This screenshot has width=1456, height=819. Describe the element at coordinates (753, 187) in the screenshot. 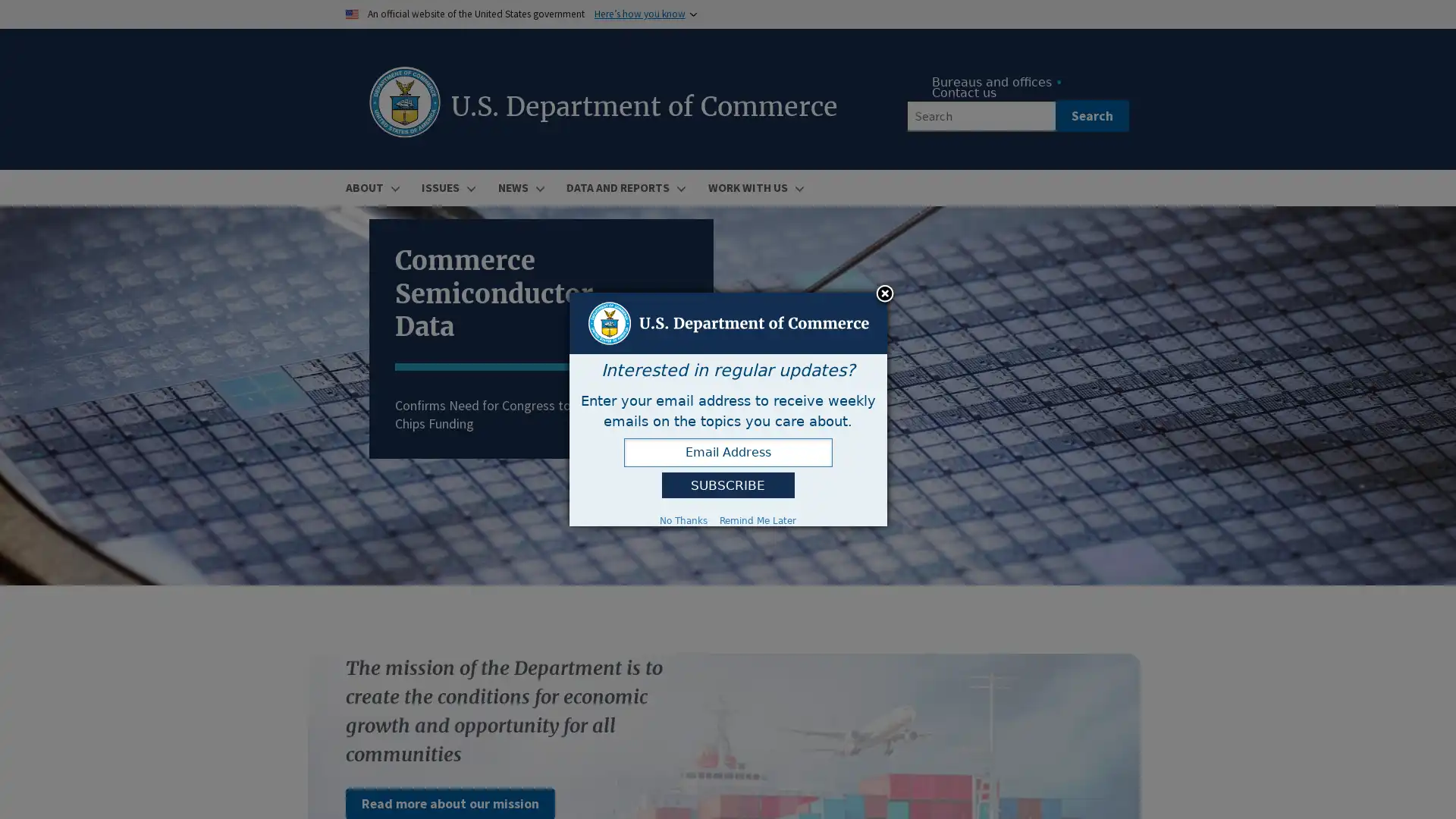

I see `WORK WITH US` at that location.